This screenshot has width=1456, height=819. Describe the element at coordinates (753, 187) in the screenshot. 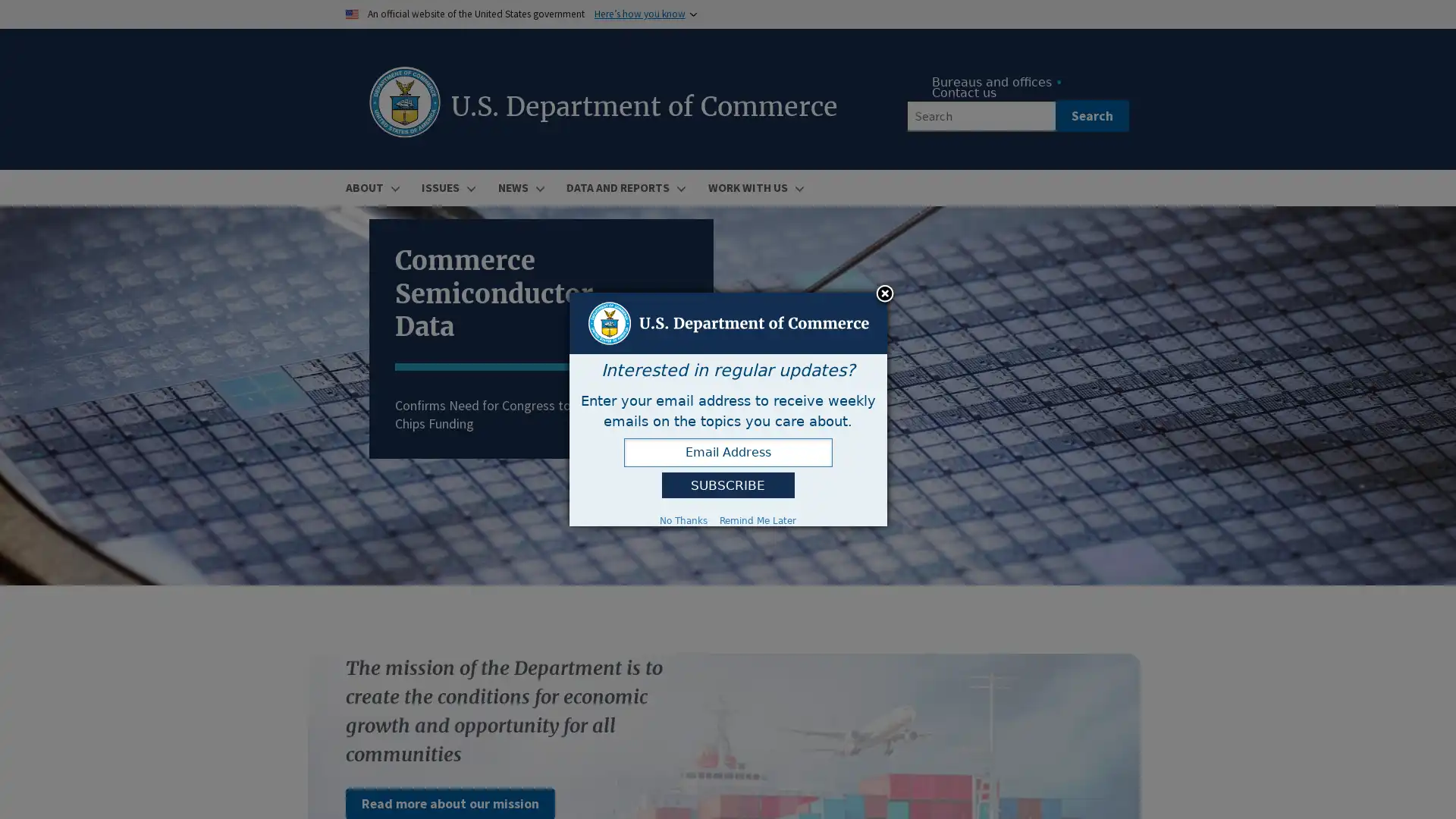

I see `WORK WITH US` at that location.